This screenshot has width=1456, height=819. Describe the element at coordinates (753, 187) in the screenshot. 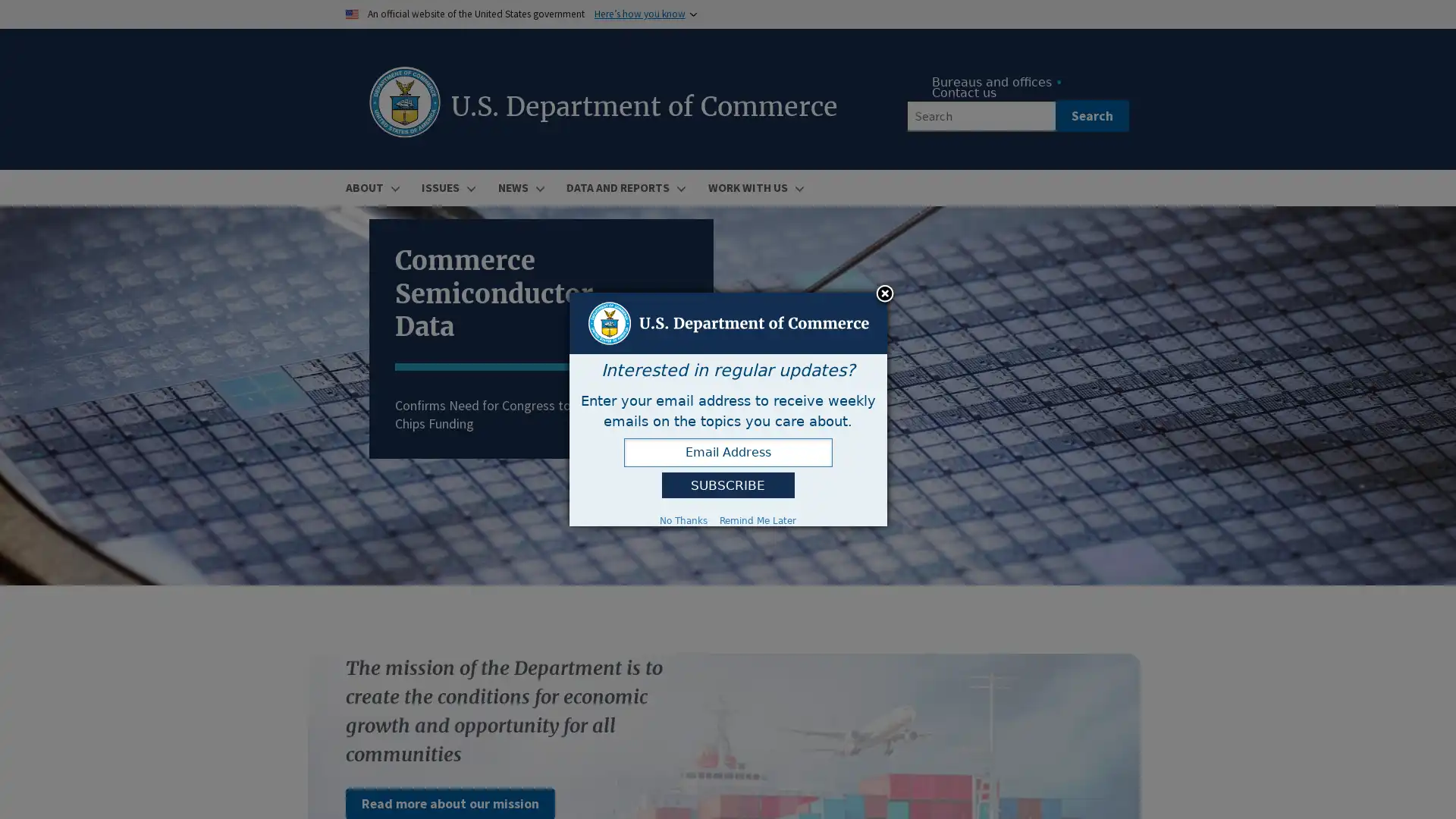

I see `WORK WITH US` at that location.